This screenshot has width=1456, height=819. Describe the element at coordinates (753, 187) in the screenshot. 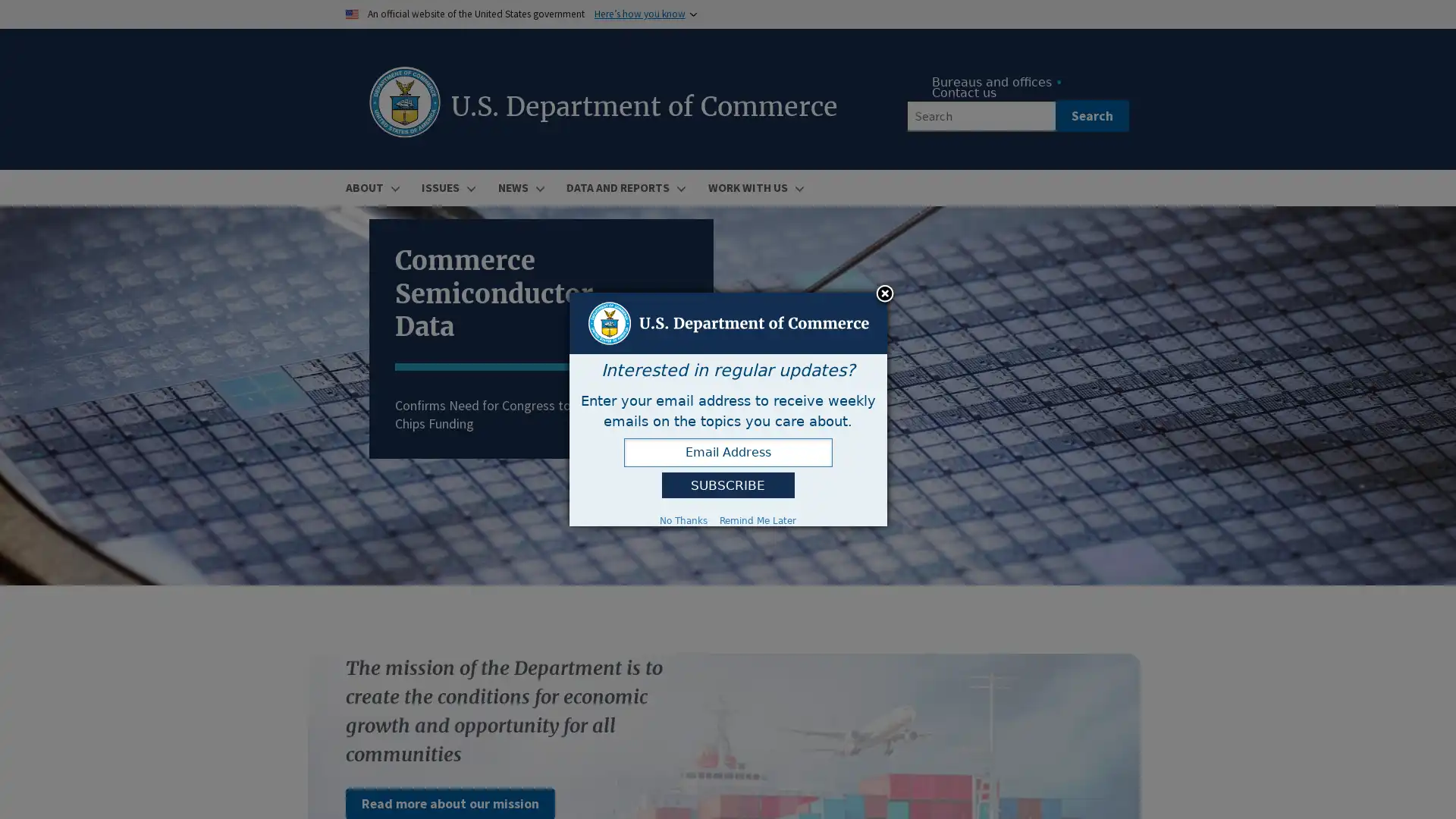

I see `WORK WITH US` at that location.